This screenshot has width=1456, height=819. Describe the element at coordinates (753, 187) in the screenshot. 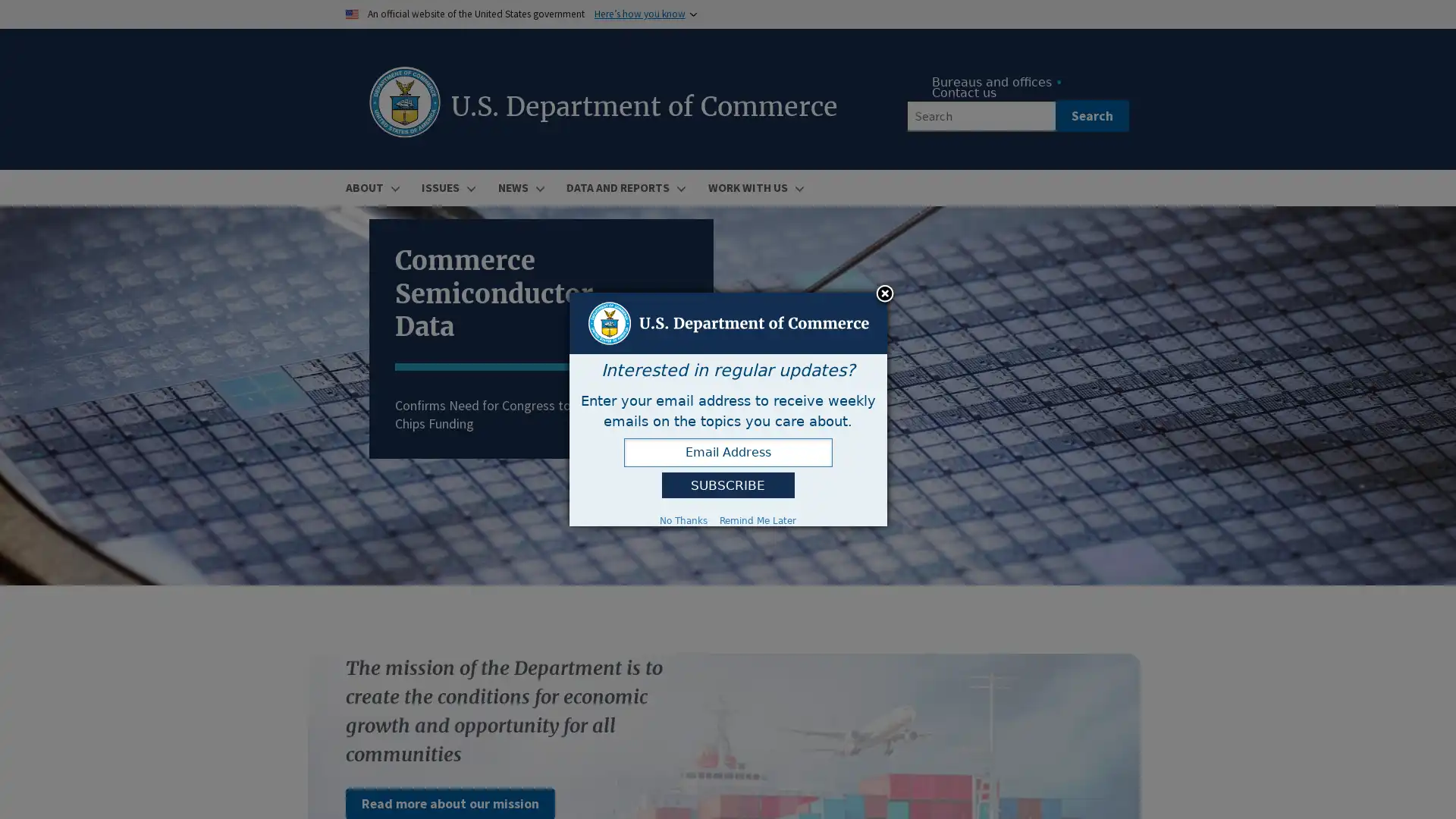

I see `WORK WITH US` at that location.